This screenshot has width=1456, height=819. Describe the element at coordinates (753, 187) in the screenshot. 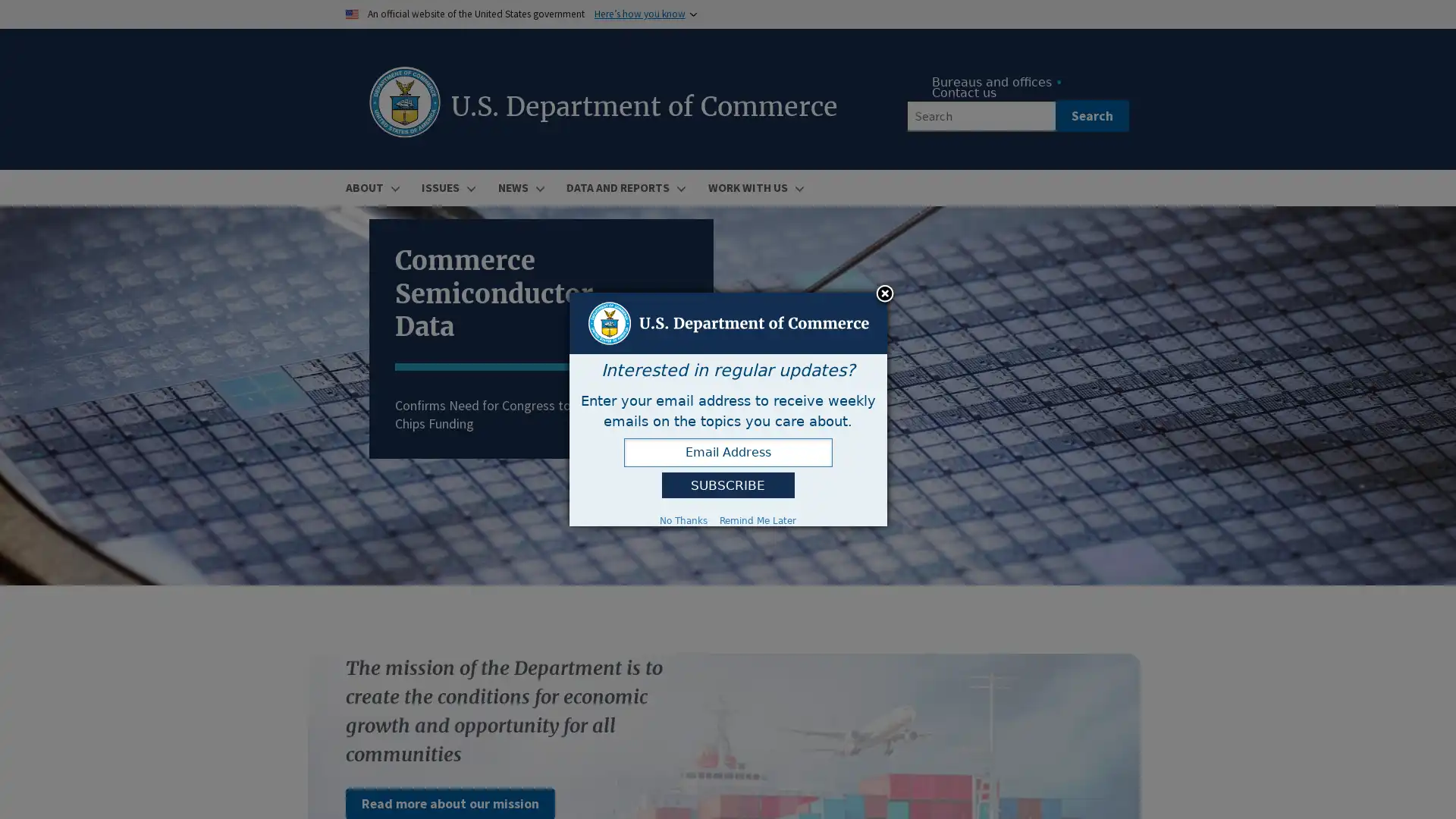

I see `WORK WITH US` at that location.